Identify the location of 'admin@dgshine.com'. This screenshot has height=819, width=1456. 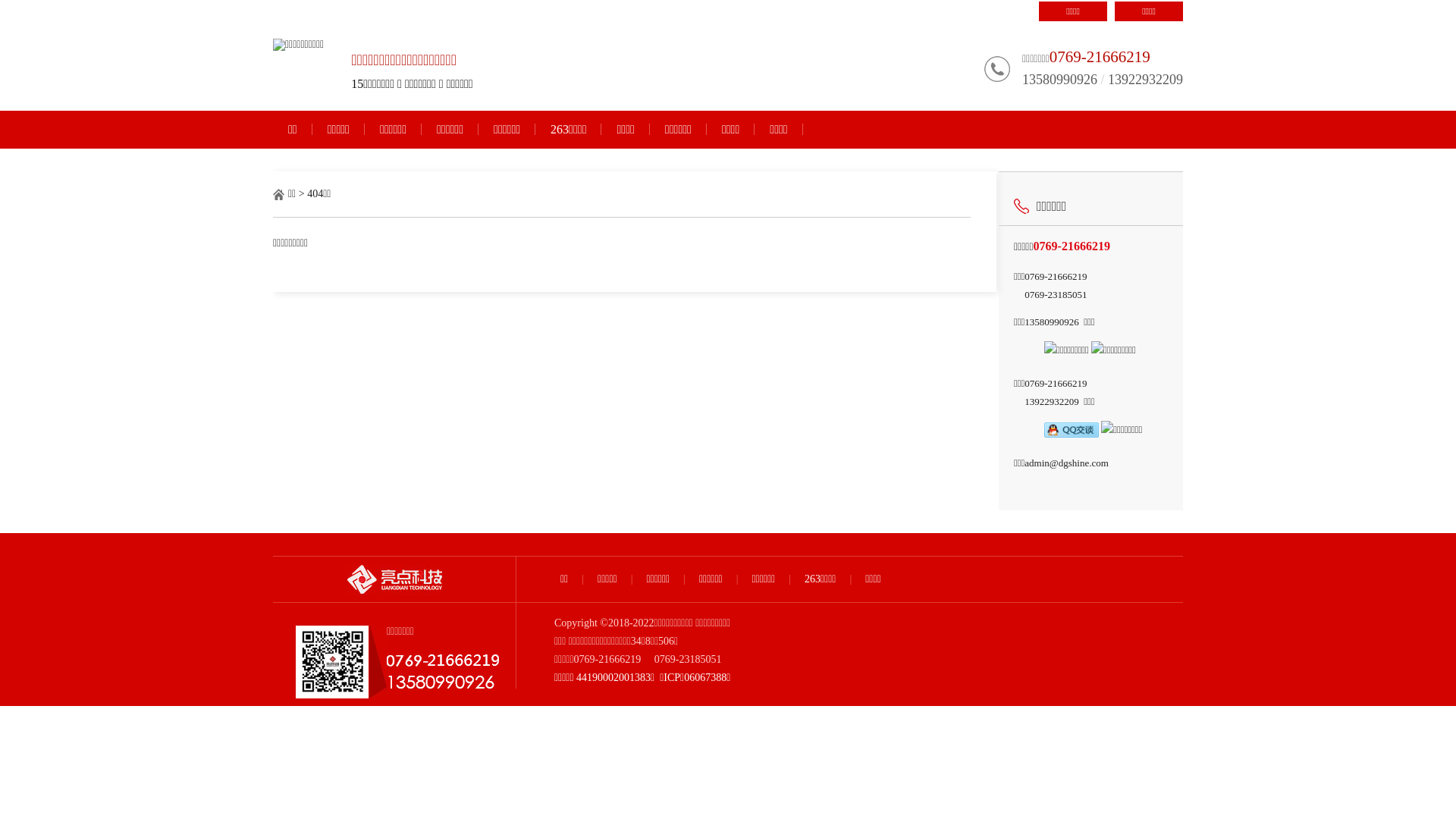
(1065, 462).